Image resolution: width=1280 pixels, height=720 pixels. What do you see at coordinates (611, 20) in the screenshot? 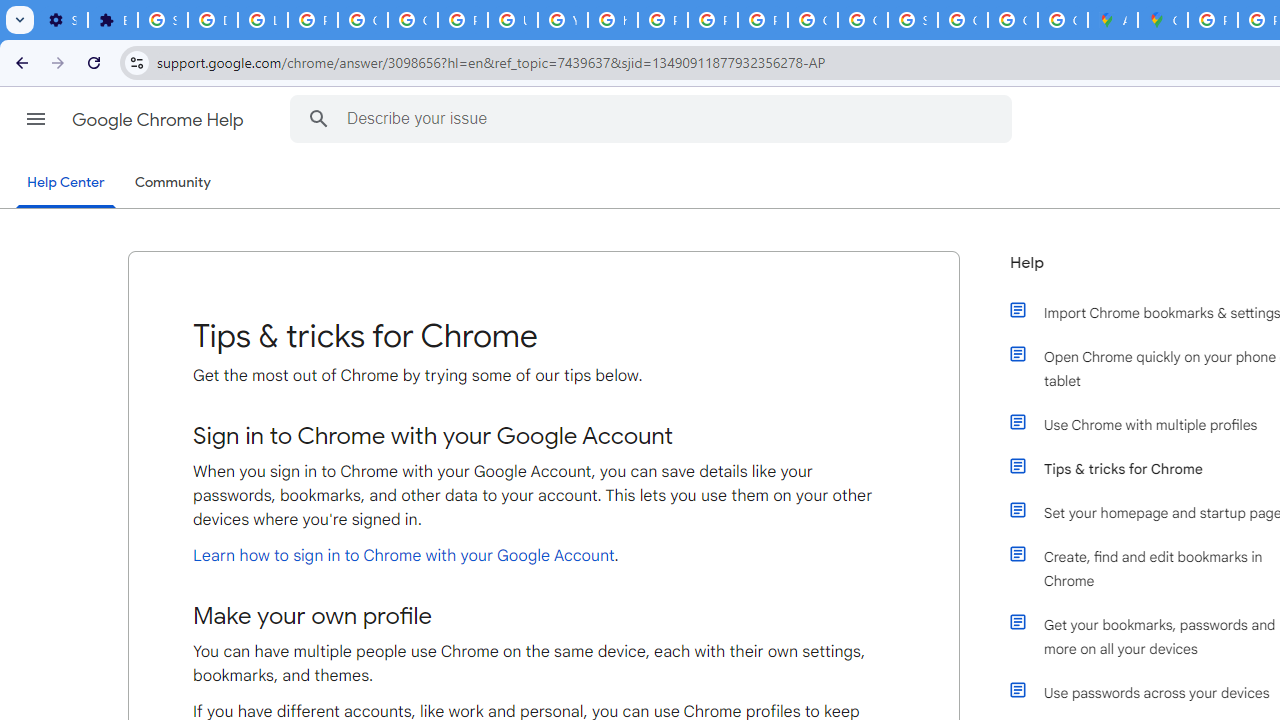
I see `'https://scholar.google.com/'` at bounding box center [611, 20].